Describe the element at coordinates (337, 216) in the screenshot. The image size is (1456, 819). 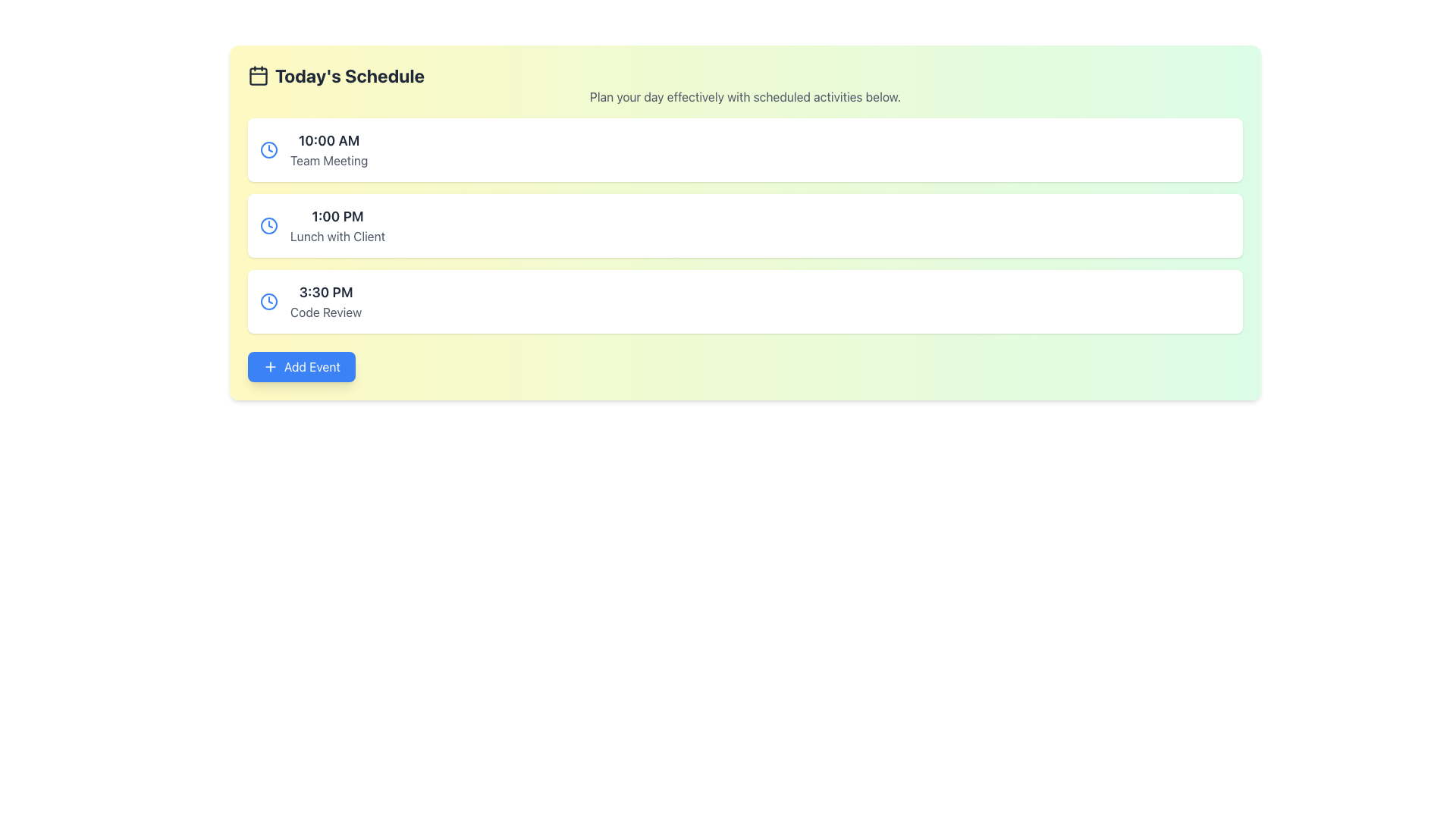
I see `the text label displaying '1:00 PM' which is part of the second card in the schedule area, positioned above 'Lunch with Client'` at that location.